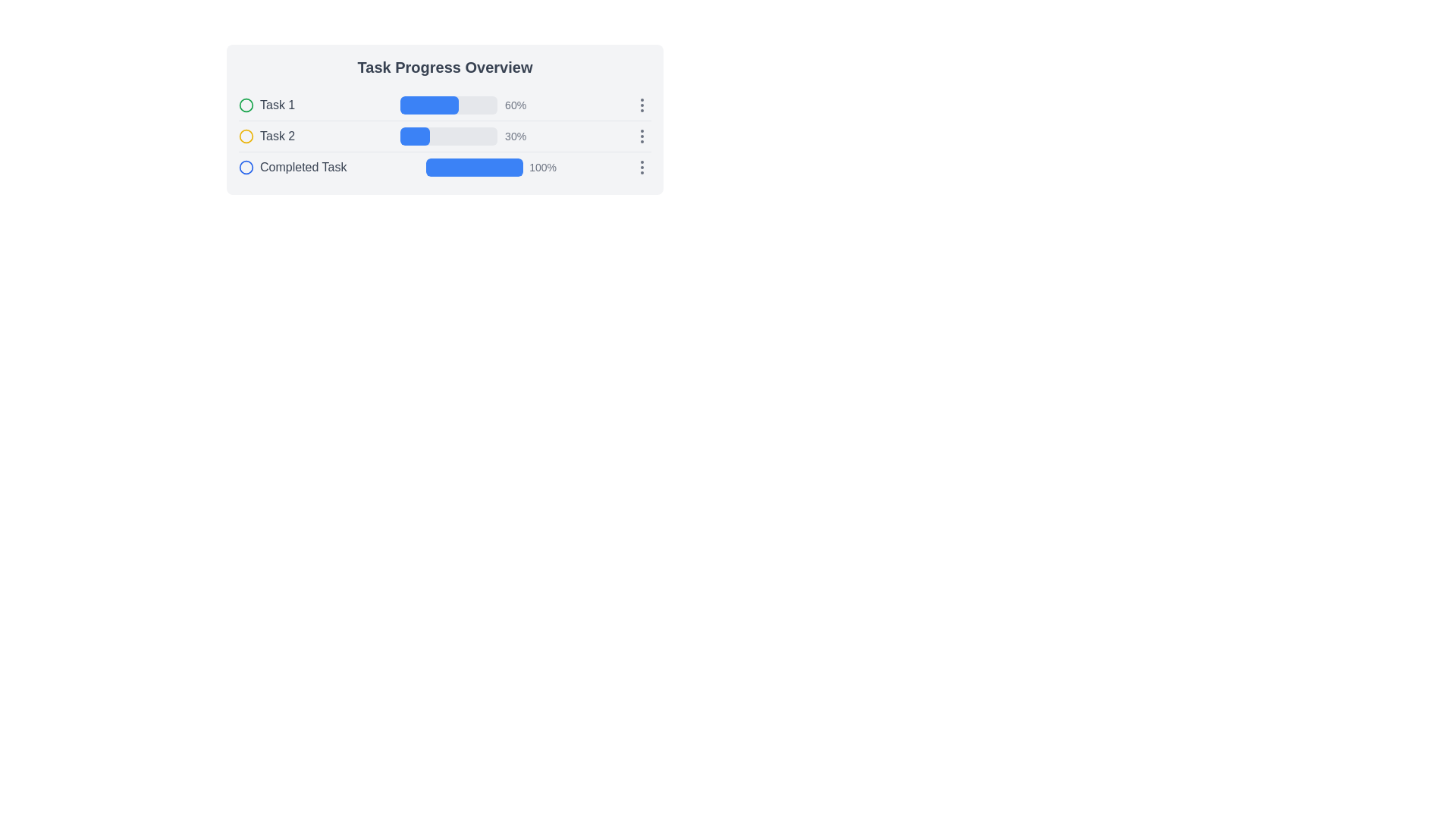 The height and width of the screenshot is (819, 1456). What do you see at coordinates (444, 167) in the screenshot?
I see `the third Progress Tracker labeled 'Completed Task' which shows a completion status of 100% in the 'Task Progress Overview' section` at bounding box center [444, 167].